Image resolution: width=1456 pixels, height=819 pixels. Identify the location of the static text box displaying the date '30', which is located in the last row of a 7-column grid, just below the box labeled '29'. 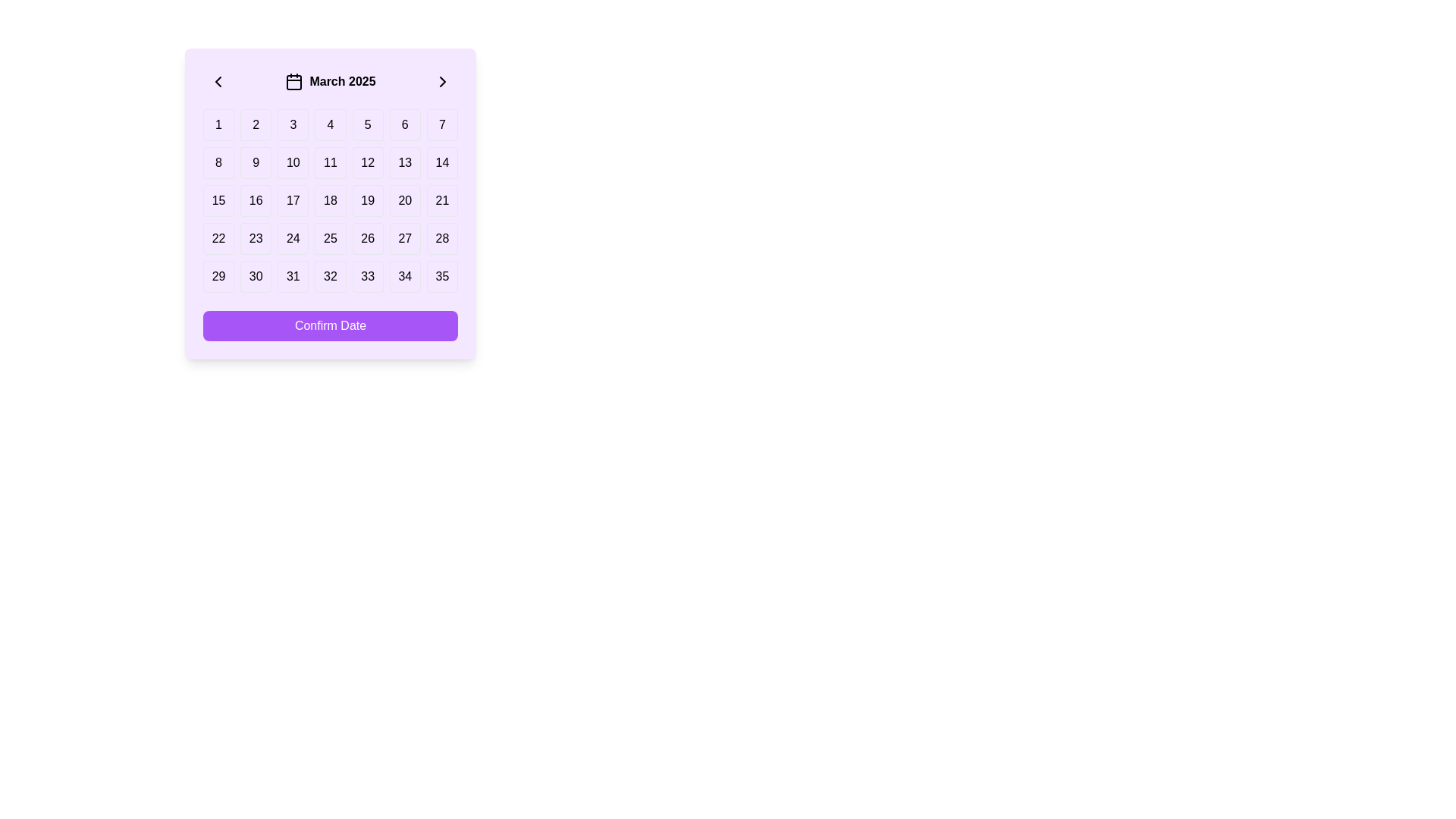
(256, 277).